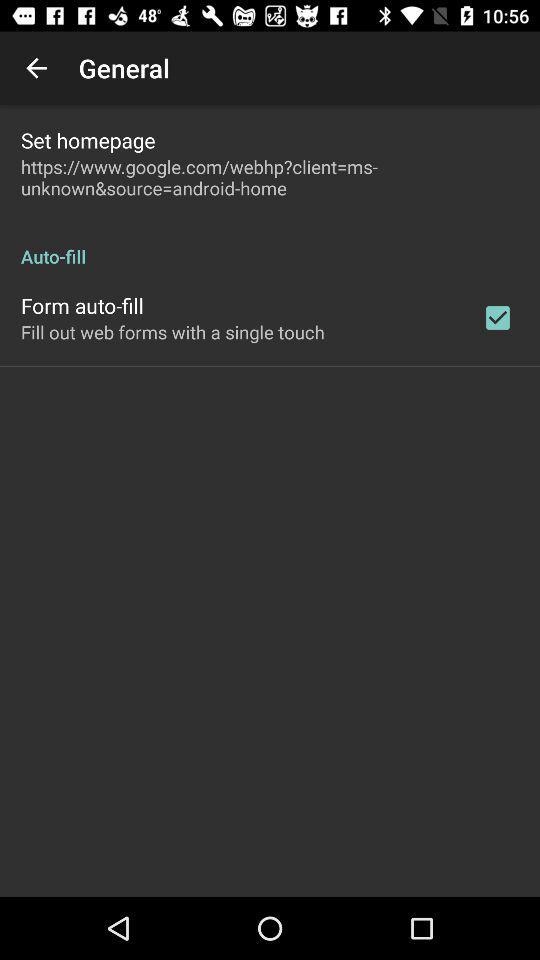  What do you see at coordinates (496, 317) in the screenshot?
I see `the icon at the top right corner` at bounding box center [496, 317].